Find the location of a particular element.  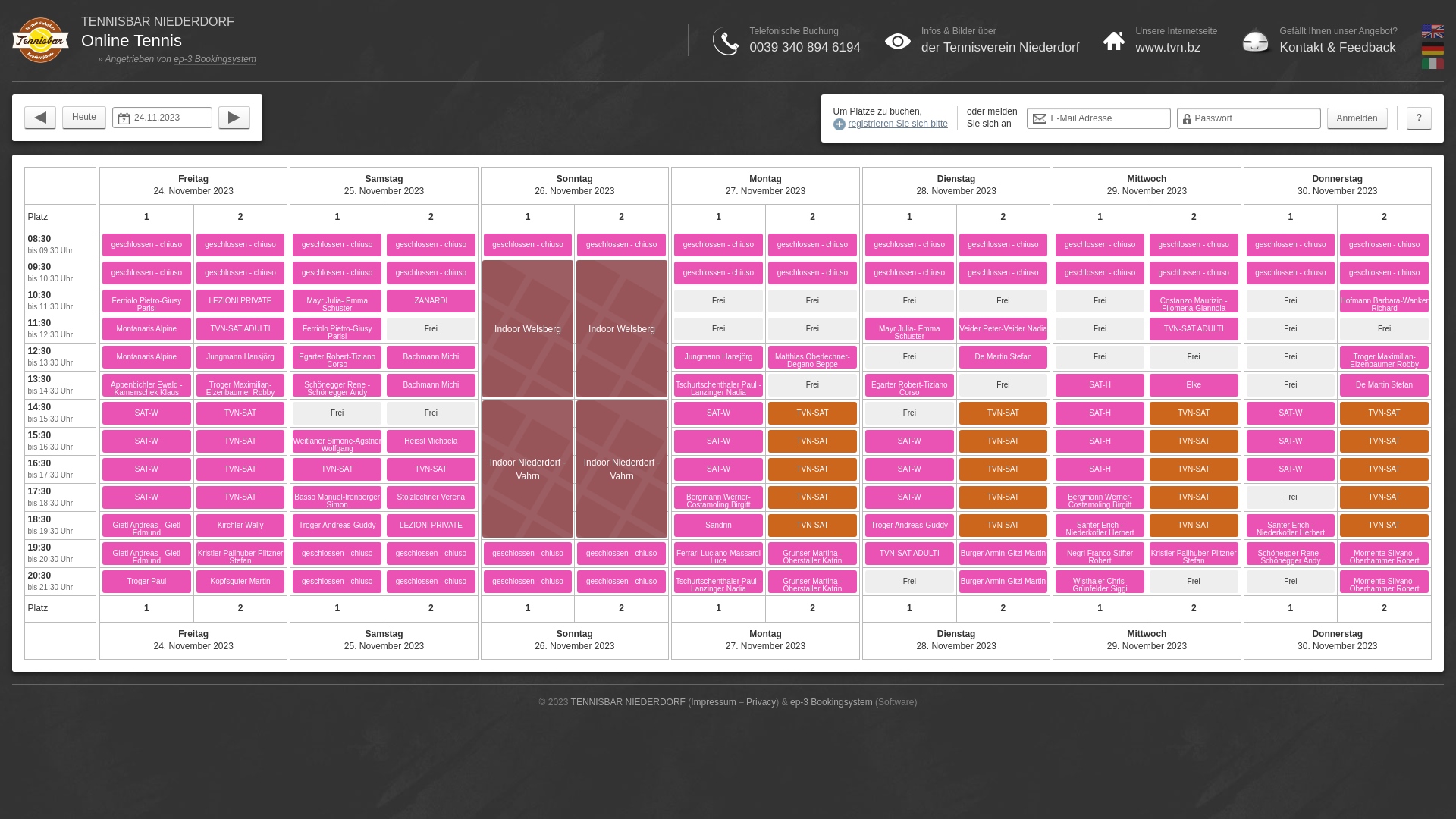

'Indoor Niederdorf - Vahrn' is located at coordinates (621, 497).